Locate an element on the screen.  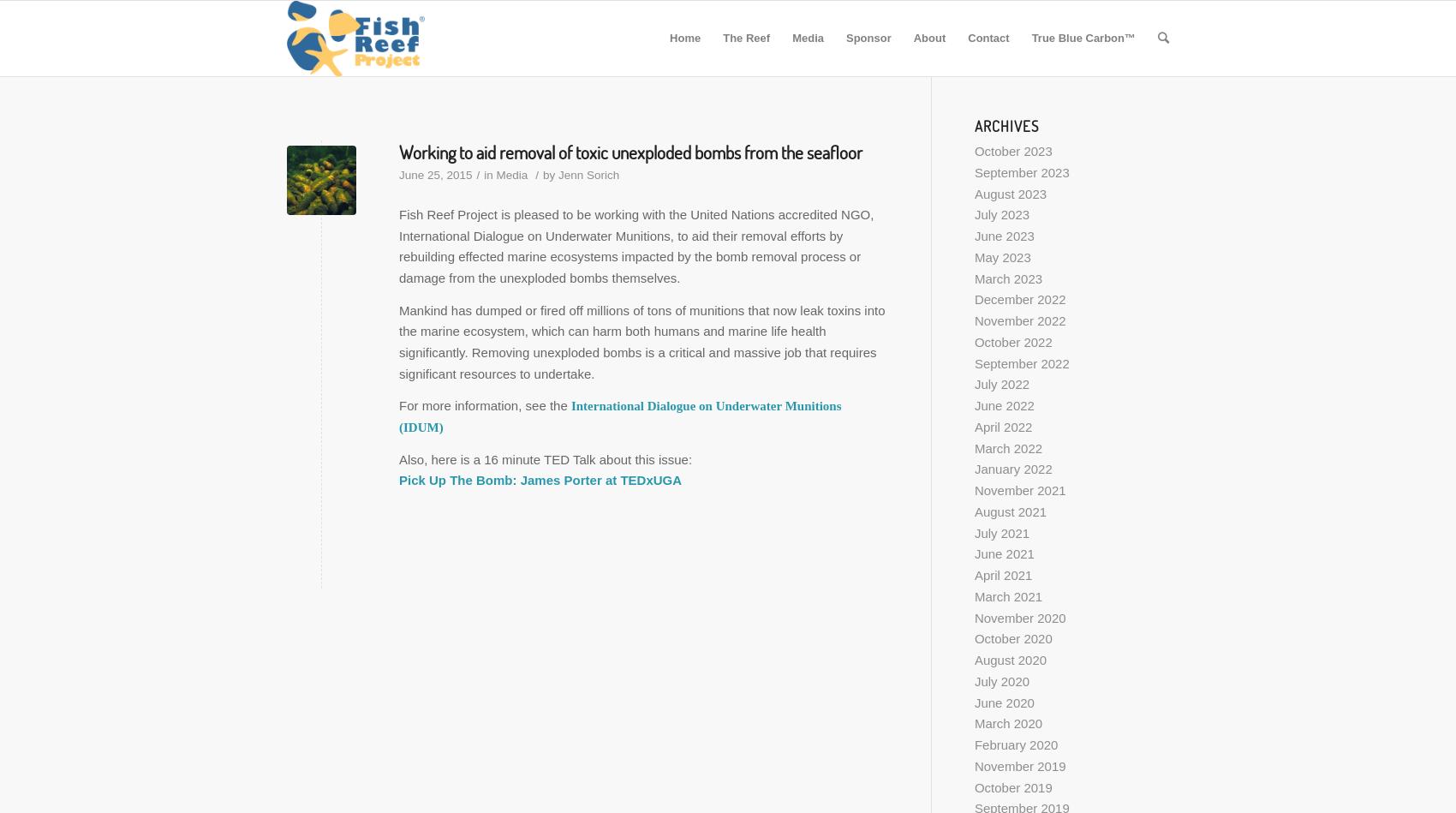
'Fish Reef Project is pleased to be working with the United Nations accredited NGO, International Dialogue on Underwater Munitions, to aid their removal efforts by rebuilding effected marine ecosystems impacted by the bomb removal process or damage from the unexploded bombs themselves.' is located at coordinates (636, 244).